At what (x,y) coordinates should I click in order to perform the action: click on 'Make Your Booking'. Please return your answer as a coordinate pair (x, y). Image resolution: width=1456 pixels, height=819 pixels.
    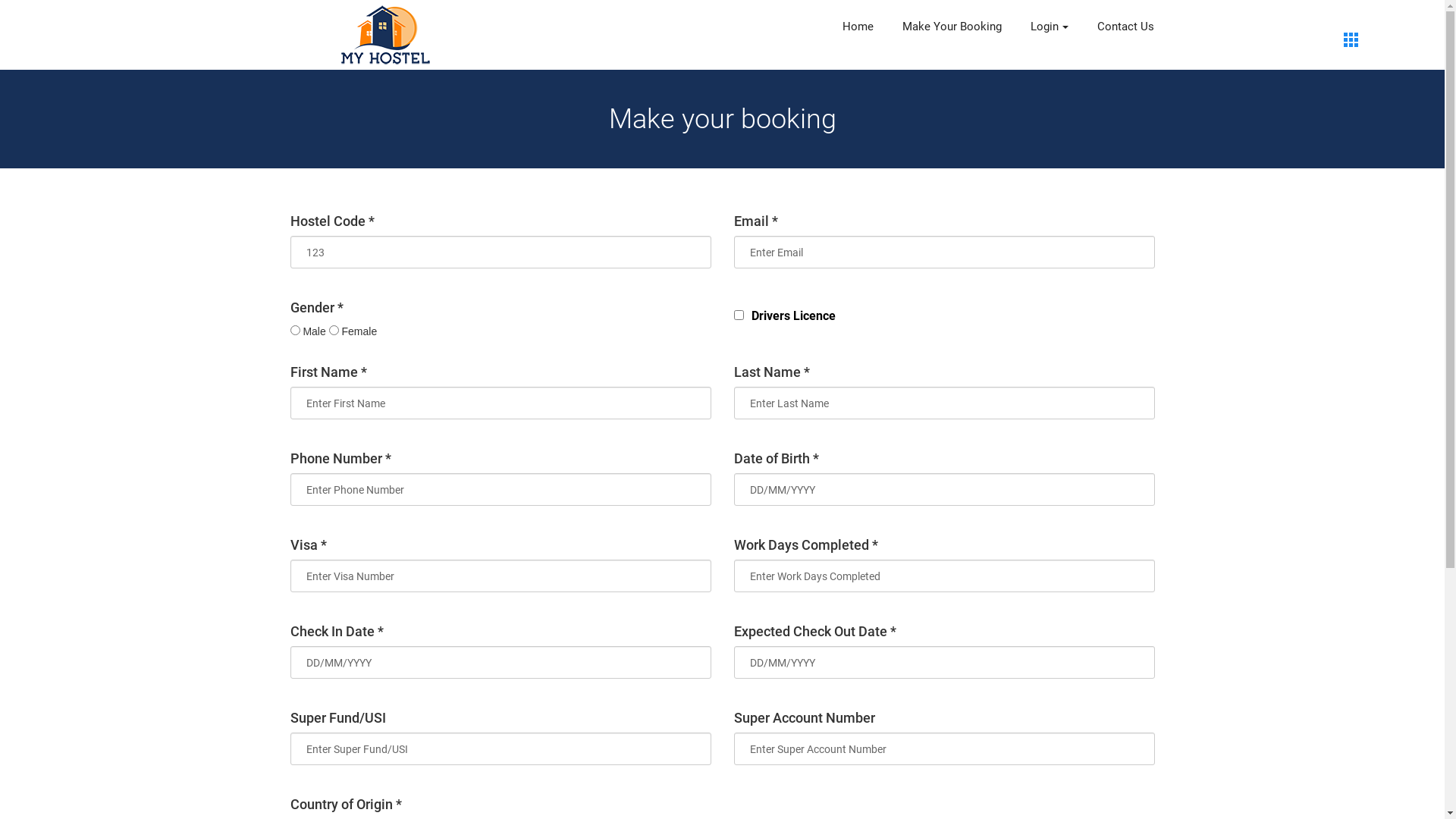
    Looking at the image, I should click on (951, 27).